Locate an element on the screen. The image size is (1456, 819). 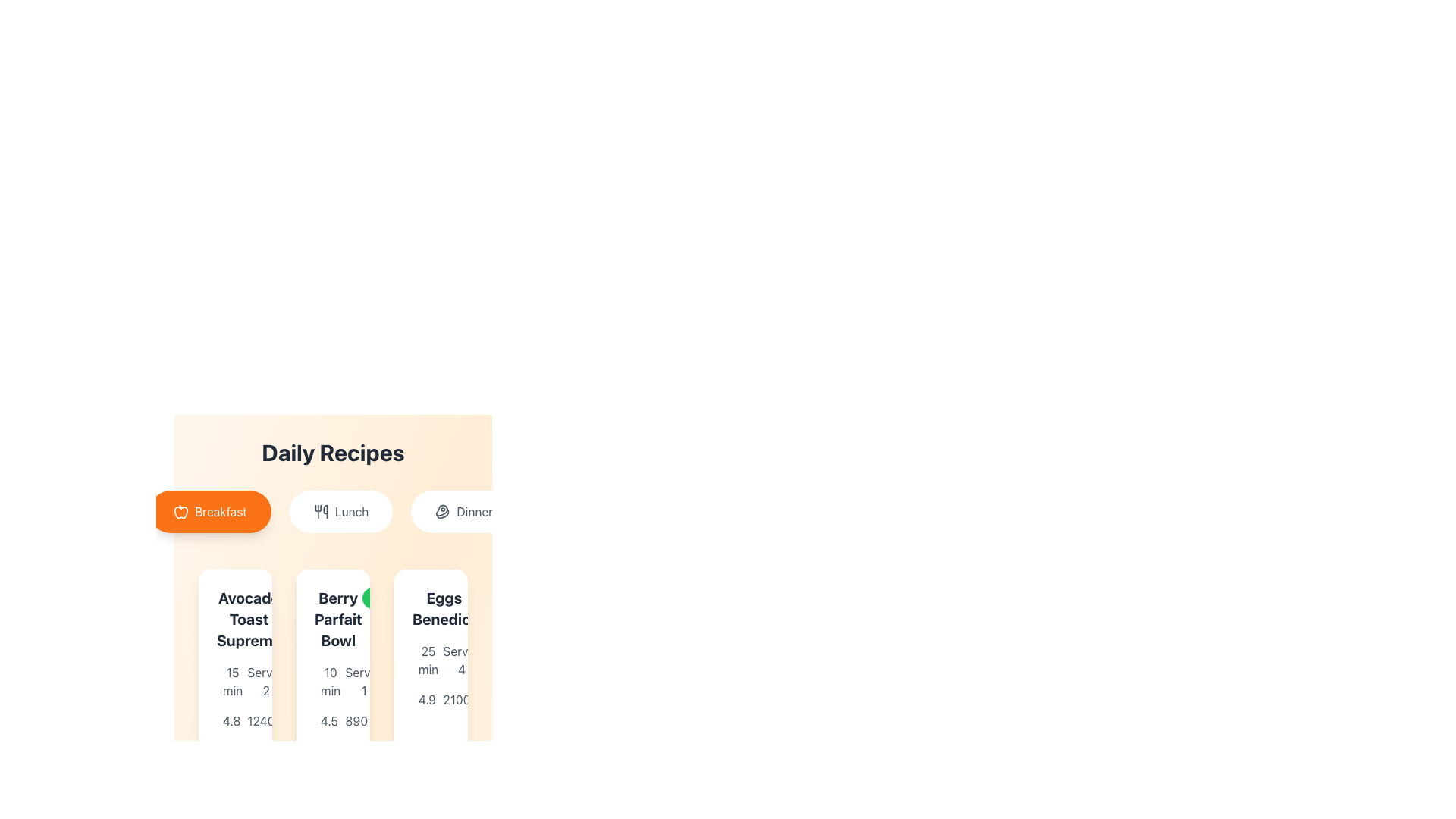
the informational text block that provides details about the recipe 'Avocado Toast Supreme', including preparation time, servings, rating, and likes is located at coordinates (234, 696).